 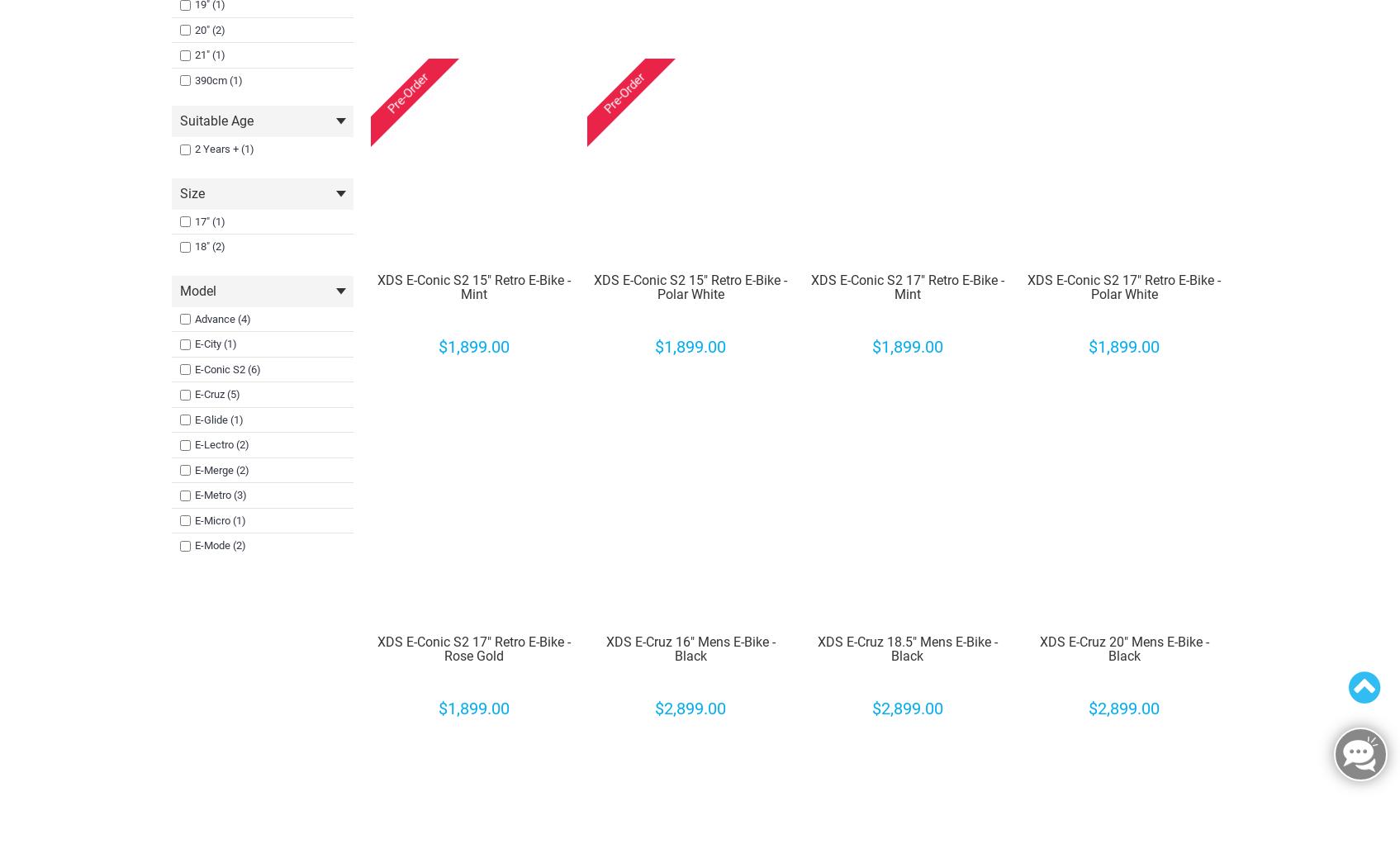 I want to click on '390cm (1)', so click(x=218, y=78).